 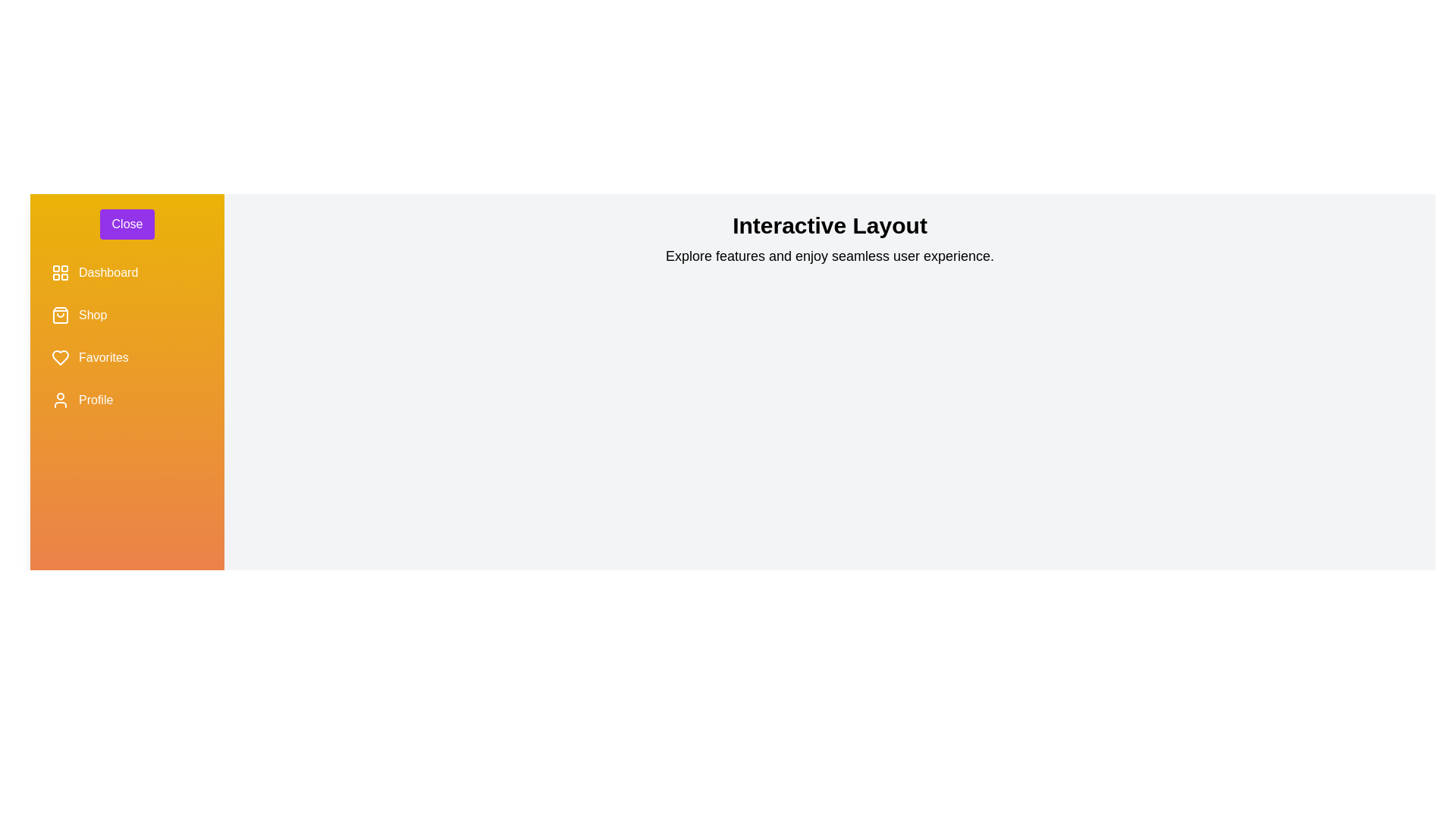 What do you see at coordinates (127, 271) in the screenshot?
I see `the menu item labeled Dashboard to observe its hover effect` at bounding box center [127, 271].